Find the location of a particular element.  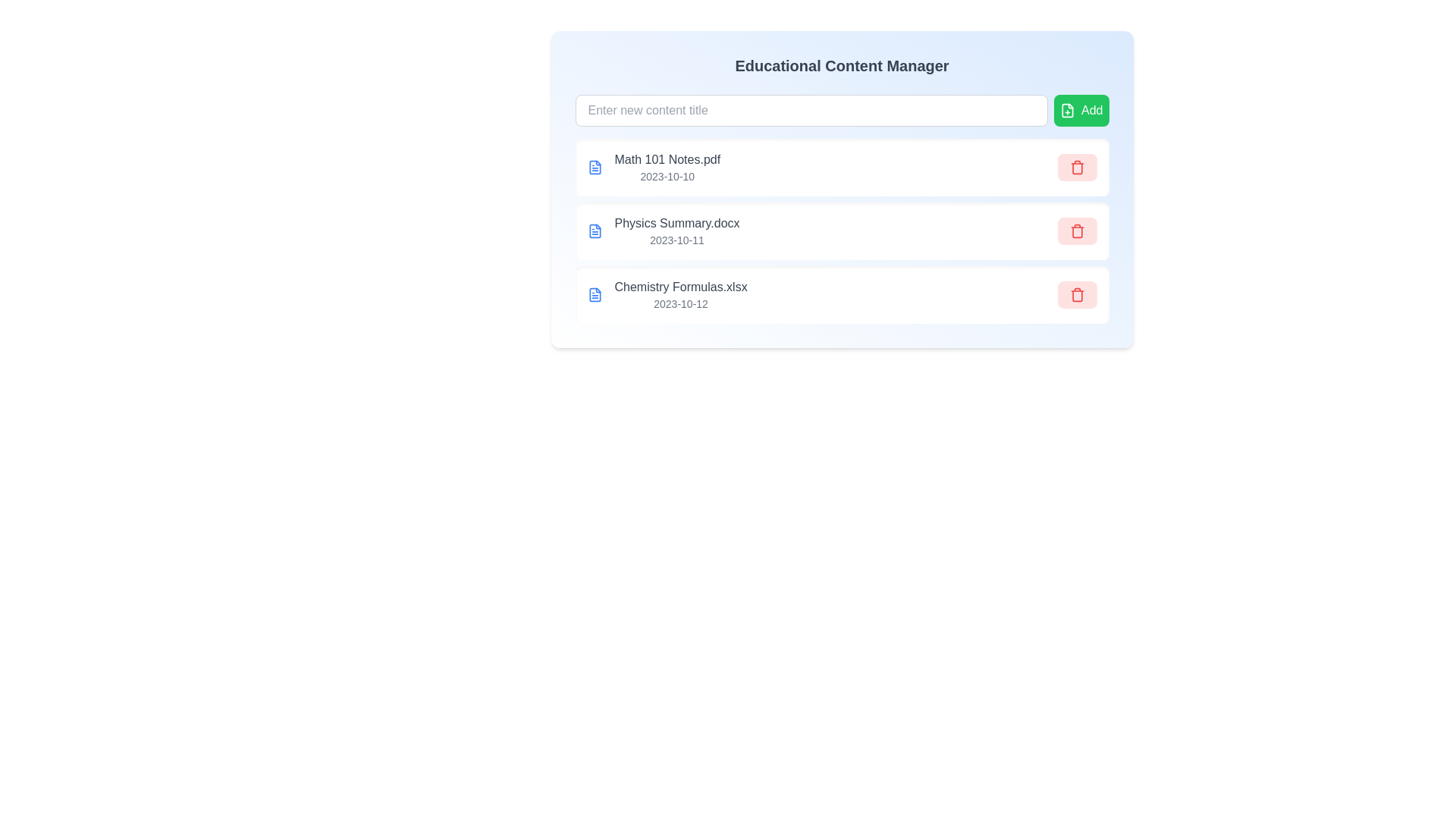

the second list item component titled 'Physics Summary.docx' is located at coordinates (841, 231).